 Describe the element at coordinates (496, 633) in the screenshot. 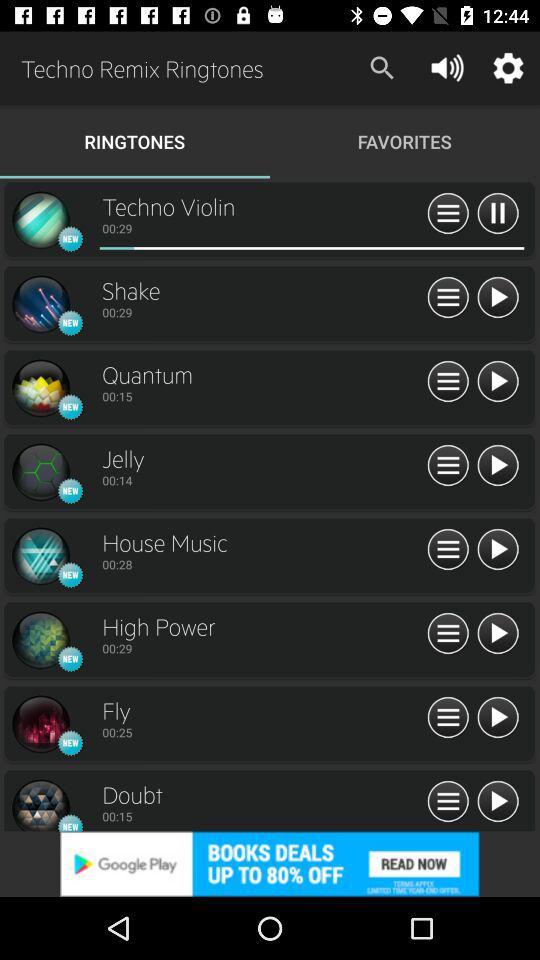

I see `'high power` at that location.